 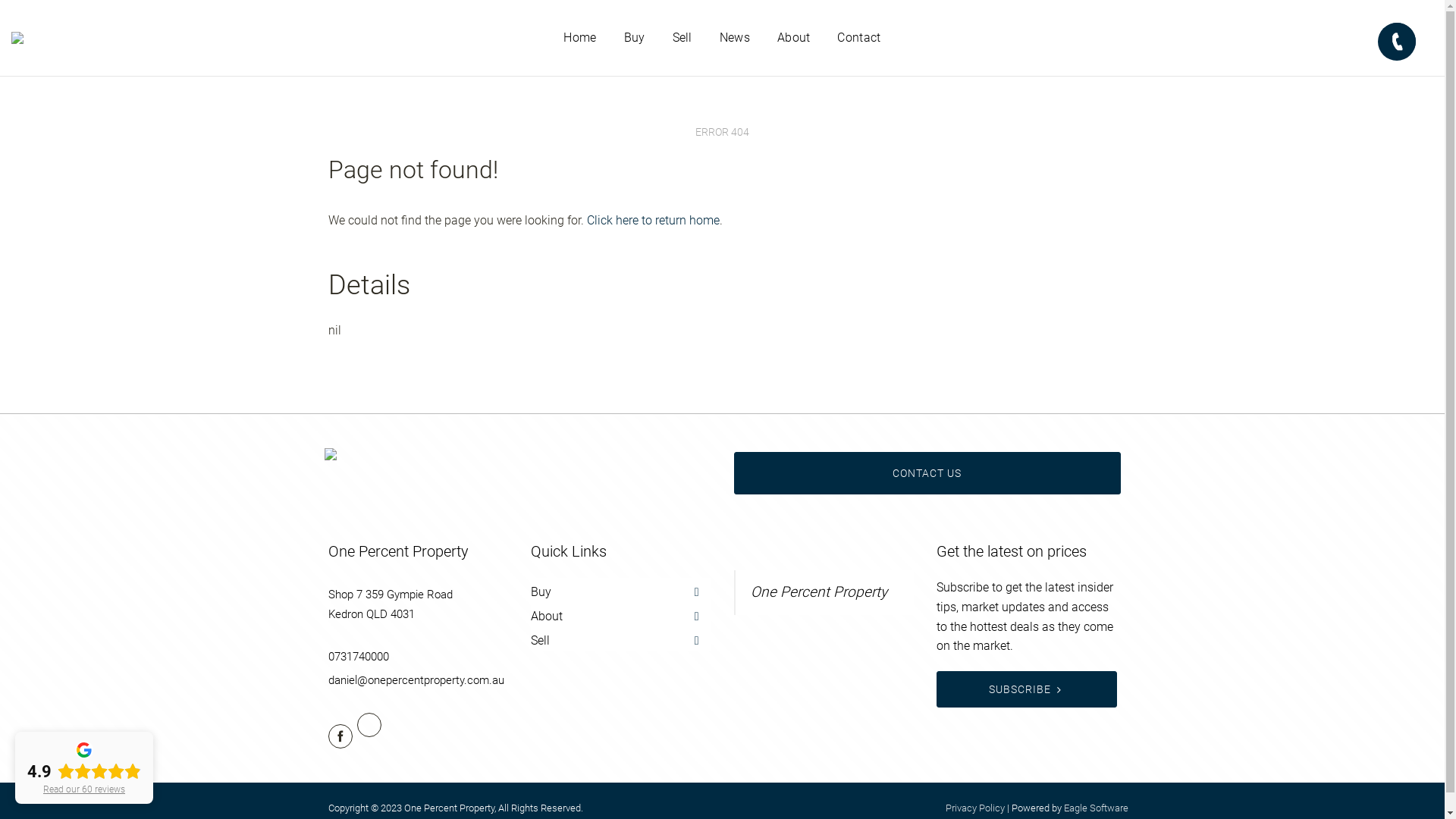 What do you see at coordinates (653, 220) in the screenshot?
I see `'Click here to return home'` at bounding box center [653, 220].